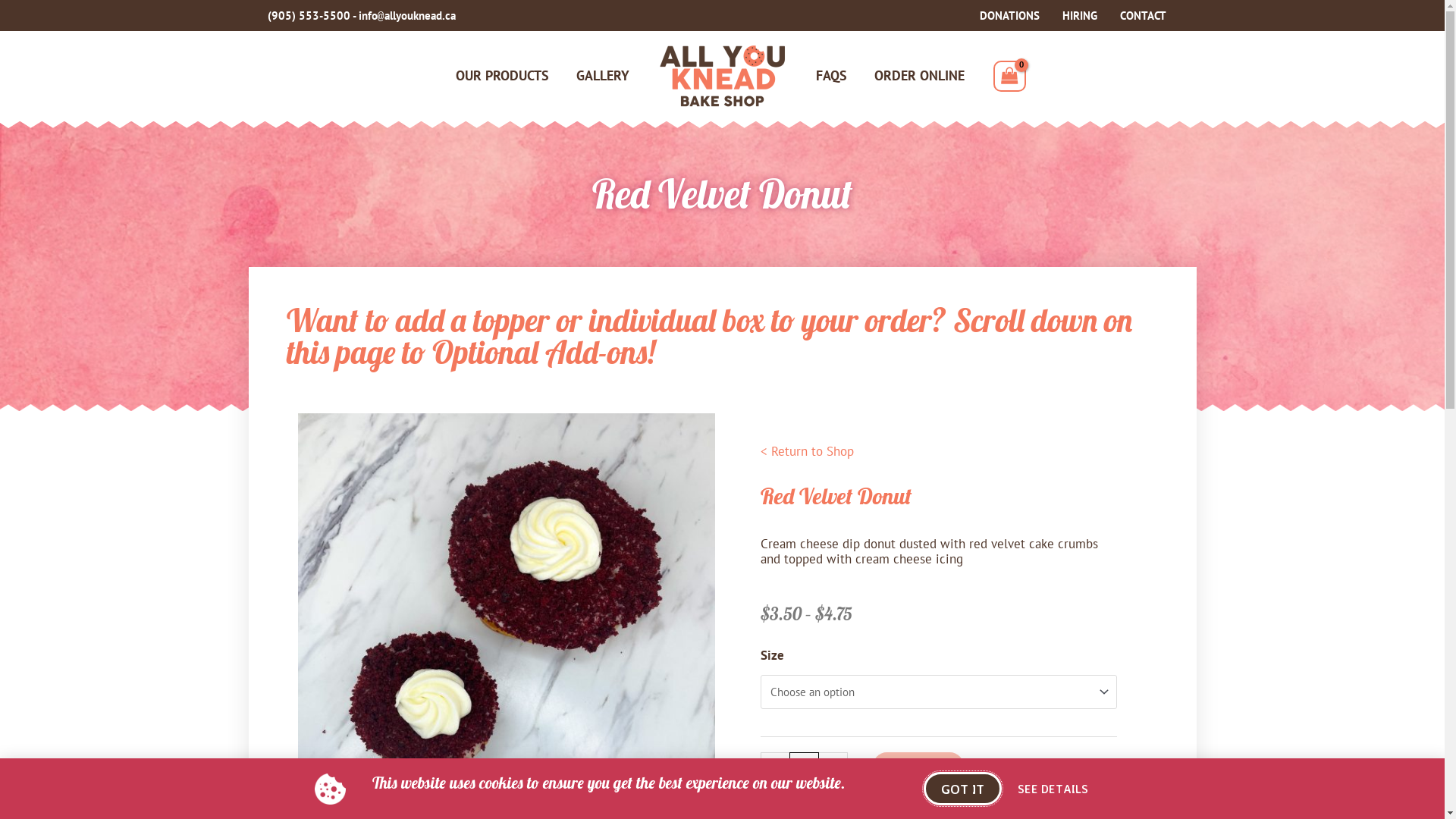  Describe the element at coordinates (501, 76) in the screenshot. I see `'OUR PRODUCTS'` at that location.